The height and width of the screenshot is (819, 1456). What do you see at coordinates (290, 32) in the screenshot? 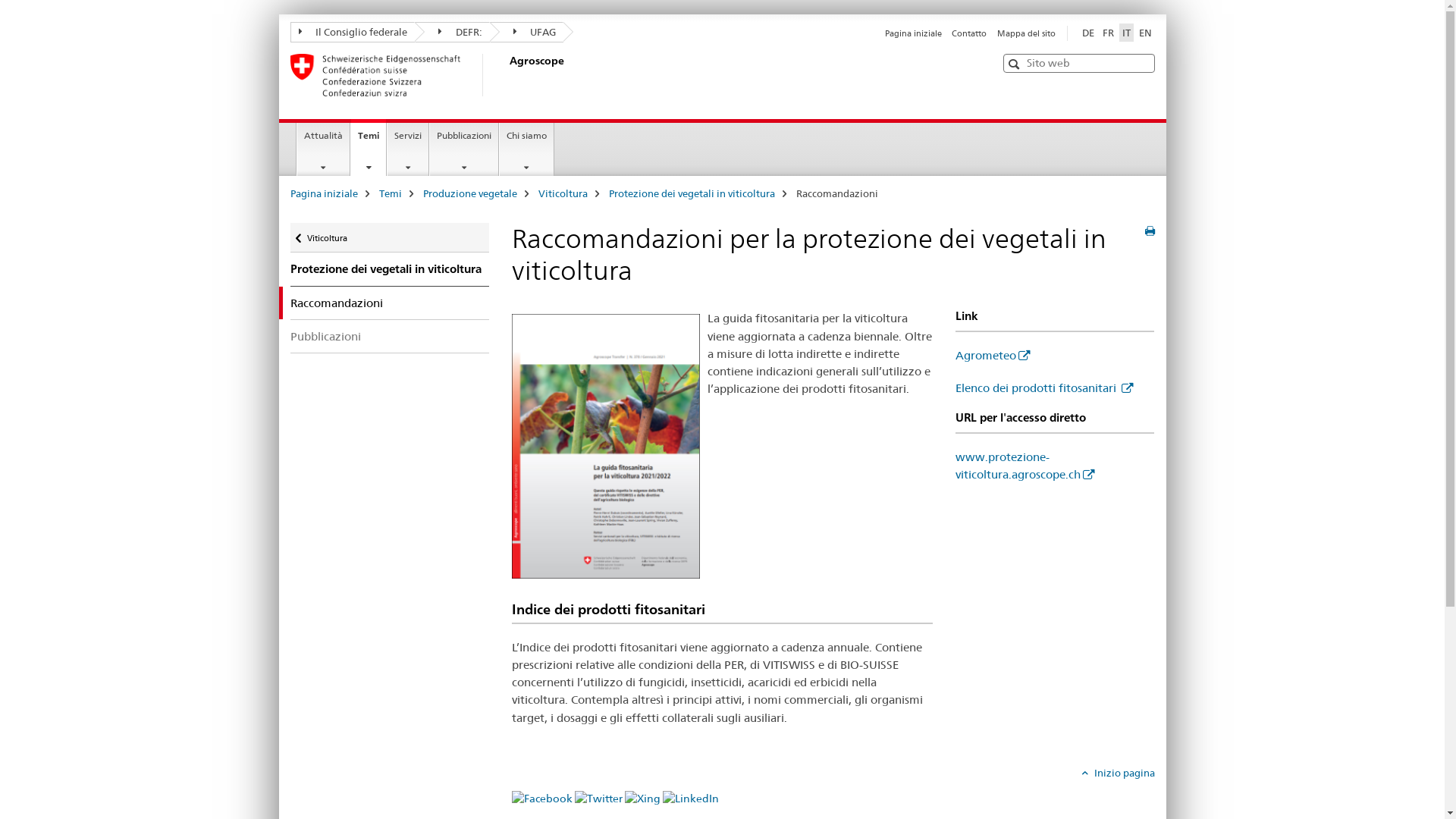
I see `'Il Consiglio federale'` at bounding box center [290, 32].